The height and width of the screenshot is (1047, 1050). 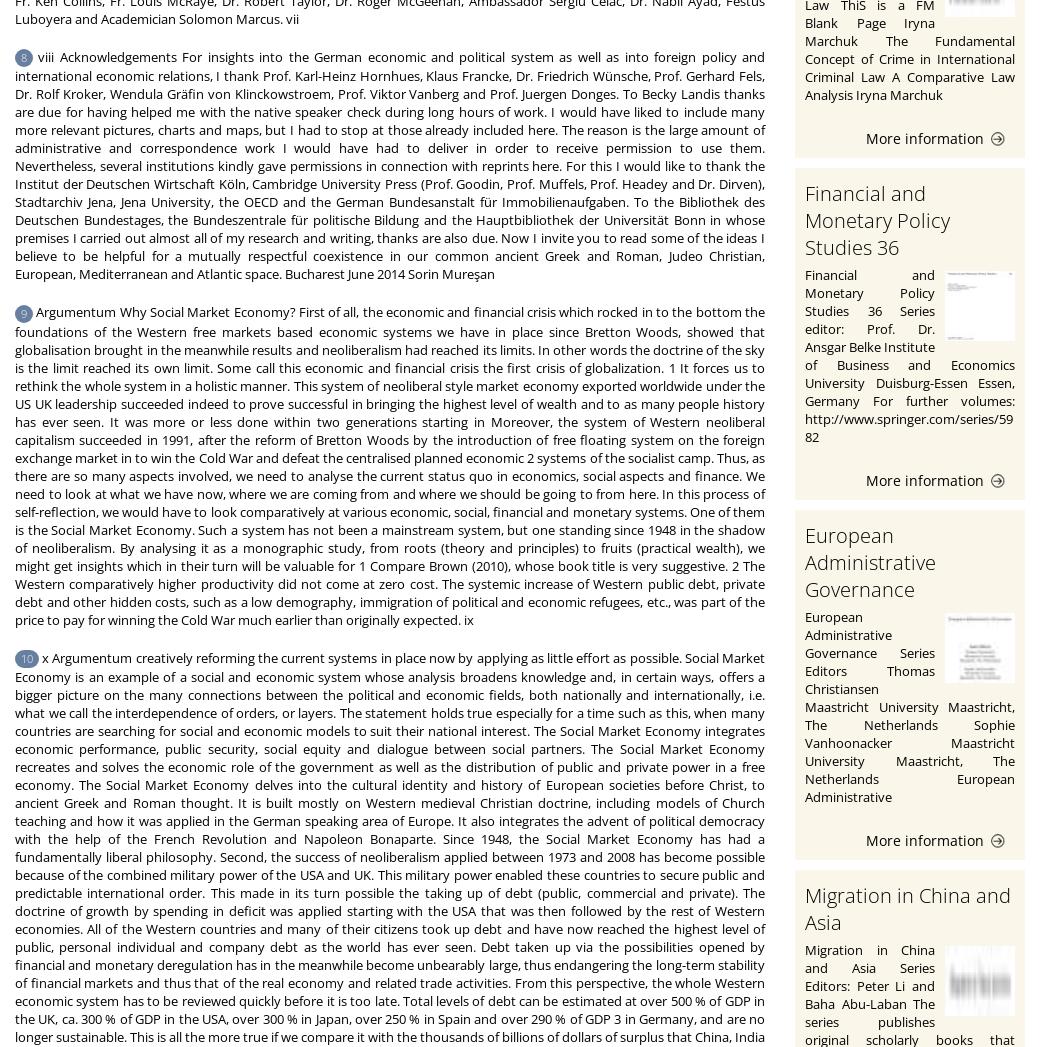 I want to click on 'European Administrative Governance Series Editors Thomas Christiansen Maastricht University Maastricht, The Netherlands Sophie Vanhoonacker Maastricht University Maastricht, The Netherlands European Administrative', so click(x=910, y=704).